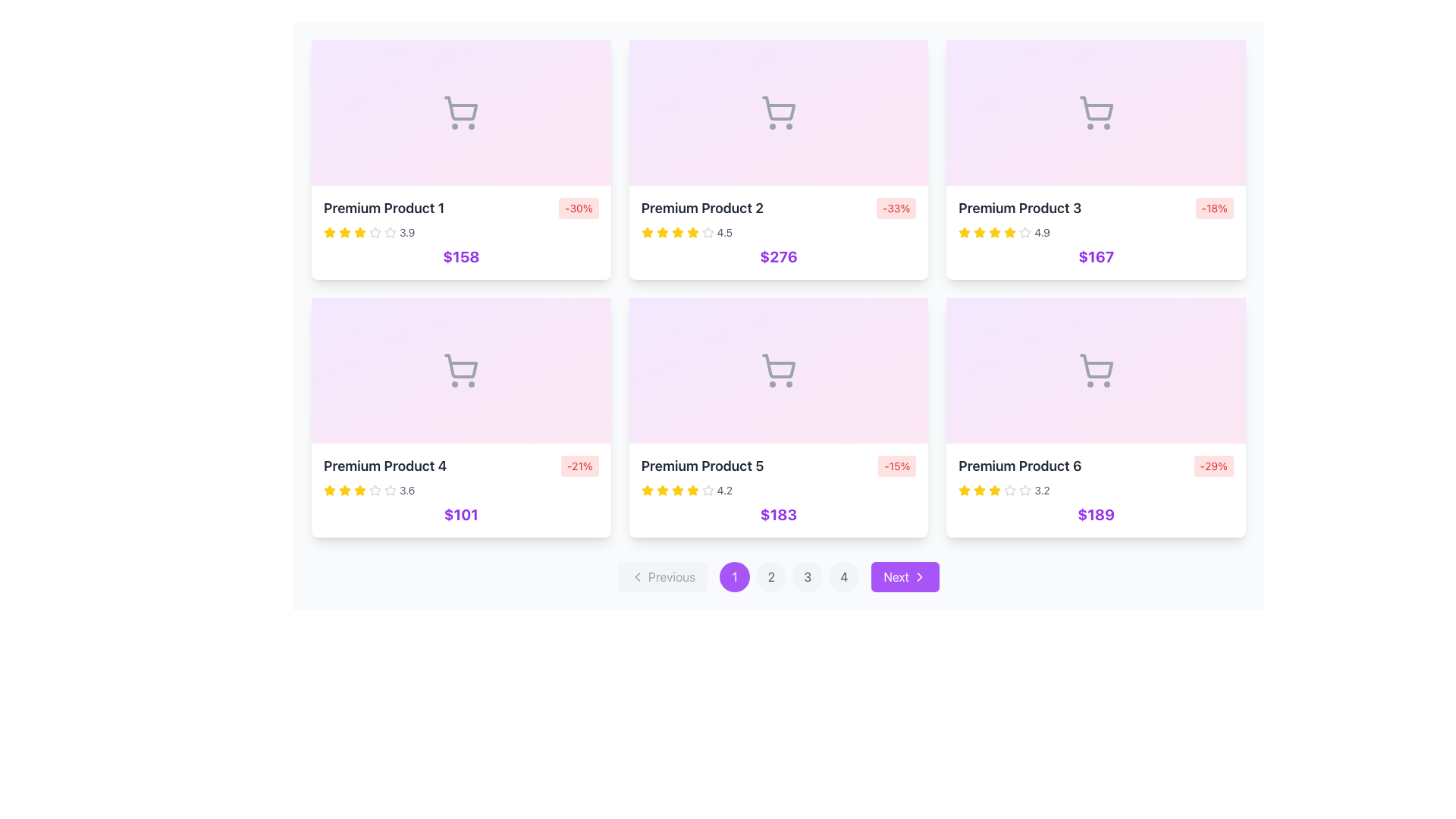  What do you see at coordinates (637, 576) in the screenshot?
I see `the leftwards arrow icon of the 'Previous' navigation button at the bottom left of the pagination bar` at bounding box center [637, 576].